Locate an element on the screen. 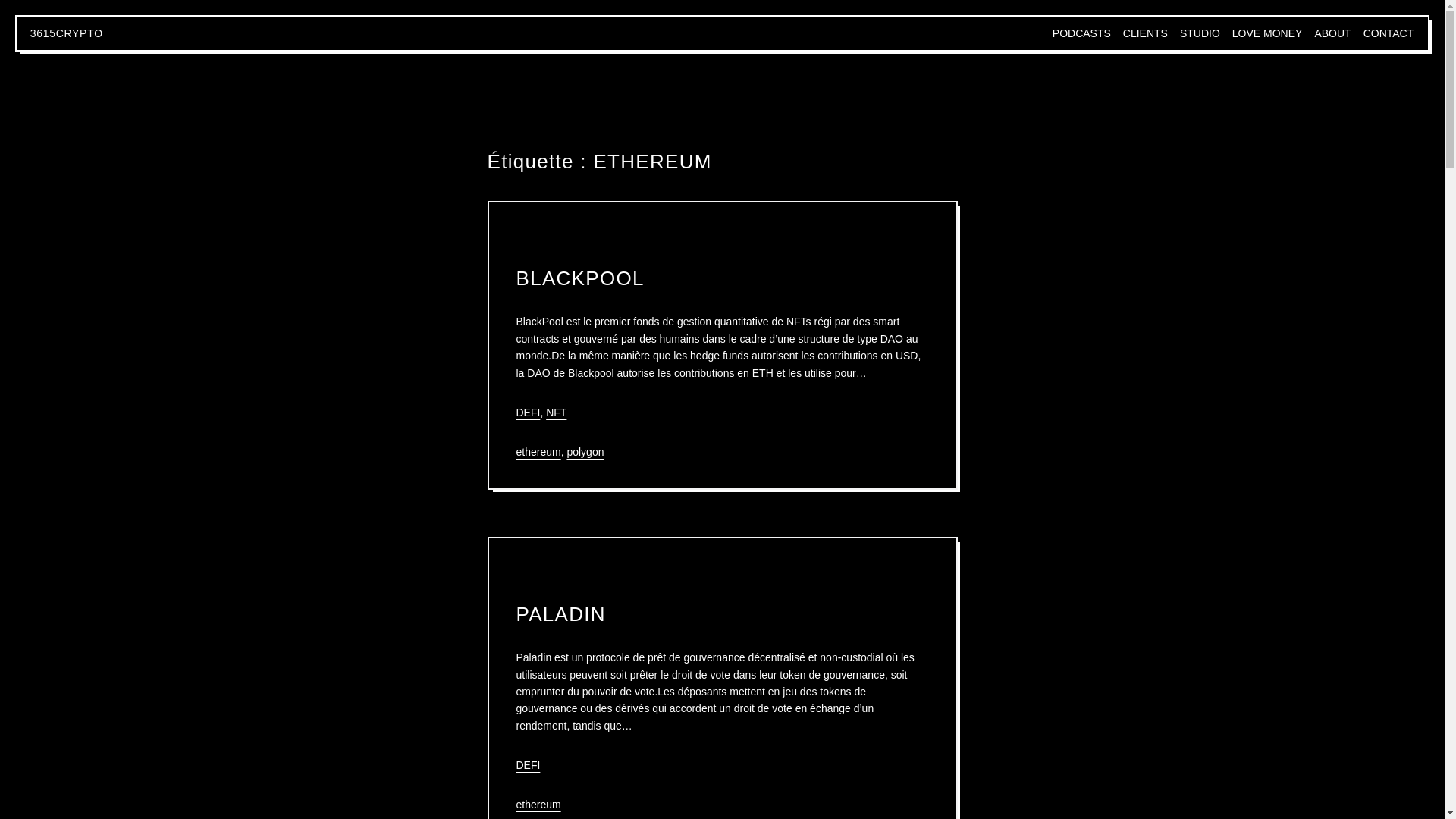 The width and height of the screenshot is (1456, 819). 'NFT' is located at coordinates (555, 412).